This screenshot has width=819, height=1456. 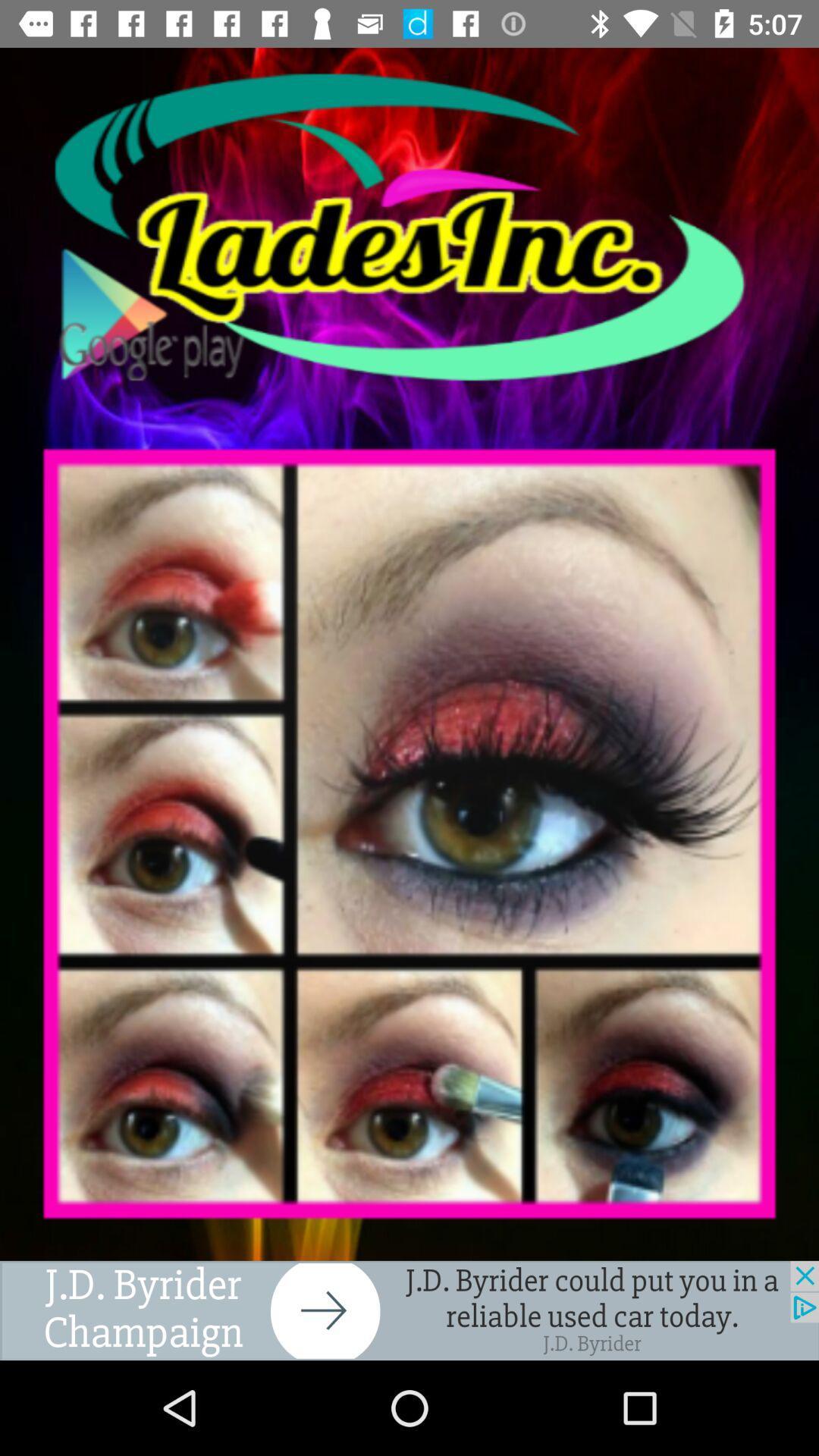 I want to click on play, so click(x=409, y=226).